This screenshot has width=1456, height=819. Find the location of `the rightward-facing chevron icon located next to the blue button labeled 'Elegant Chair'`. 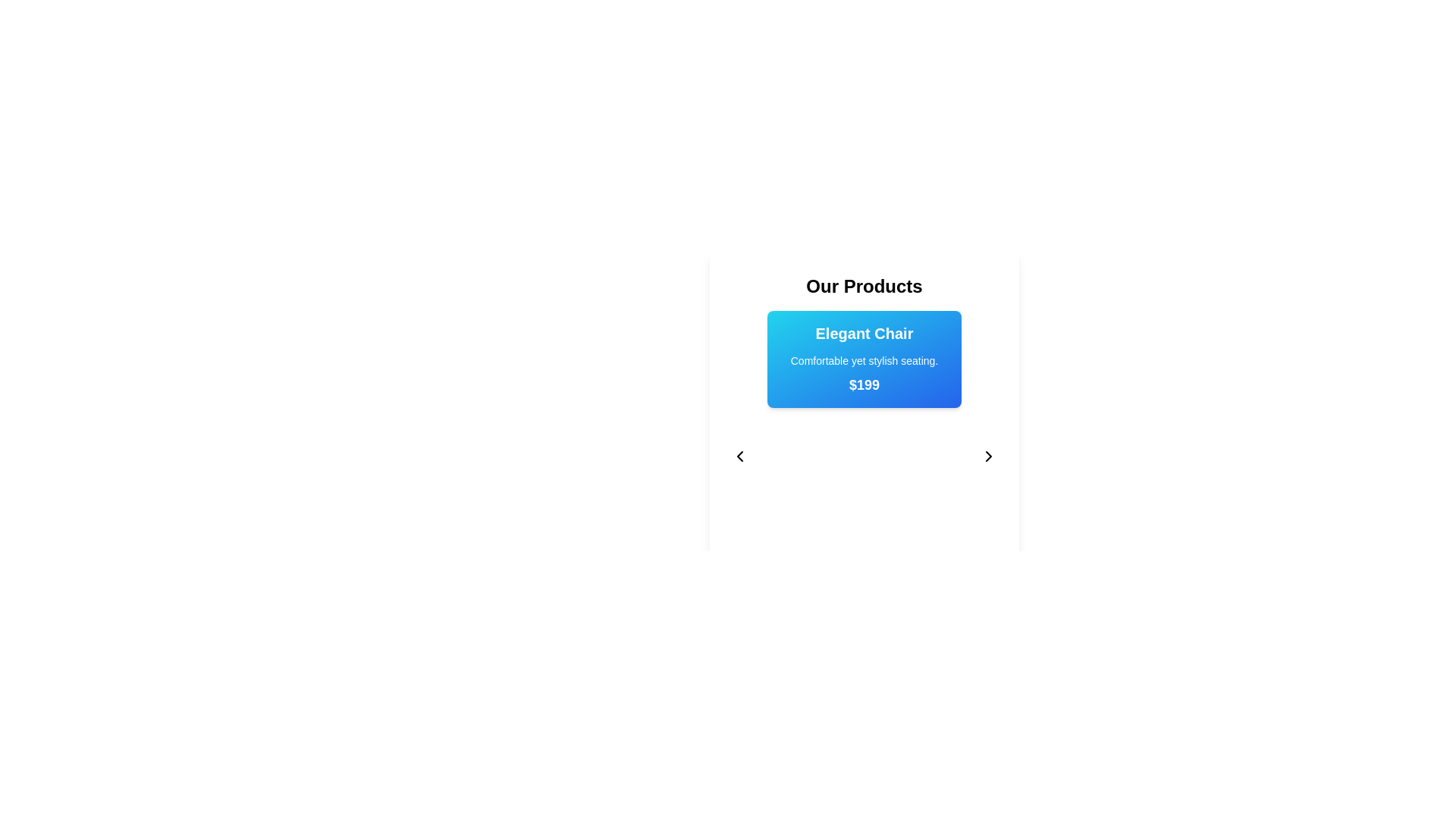

the rightward-facing chevron icon located next to the blue button labeled 'Elegant Chair' is located at coordinates (989, 455).